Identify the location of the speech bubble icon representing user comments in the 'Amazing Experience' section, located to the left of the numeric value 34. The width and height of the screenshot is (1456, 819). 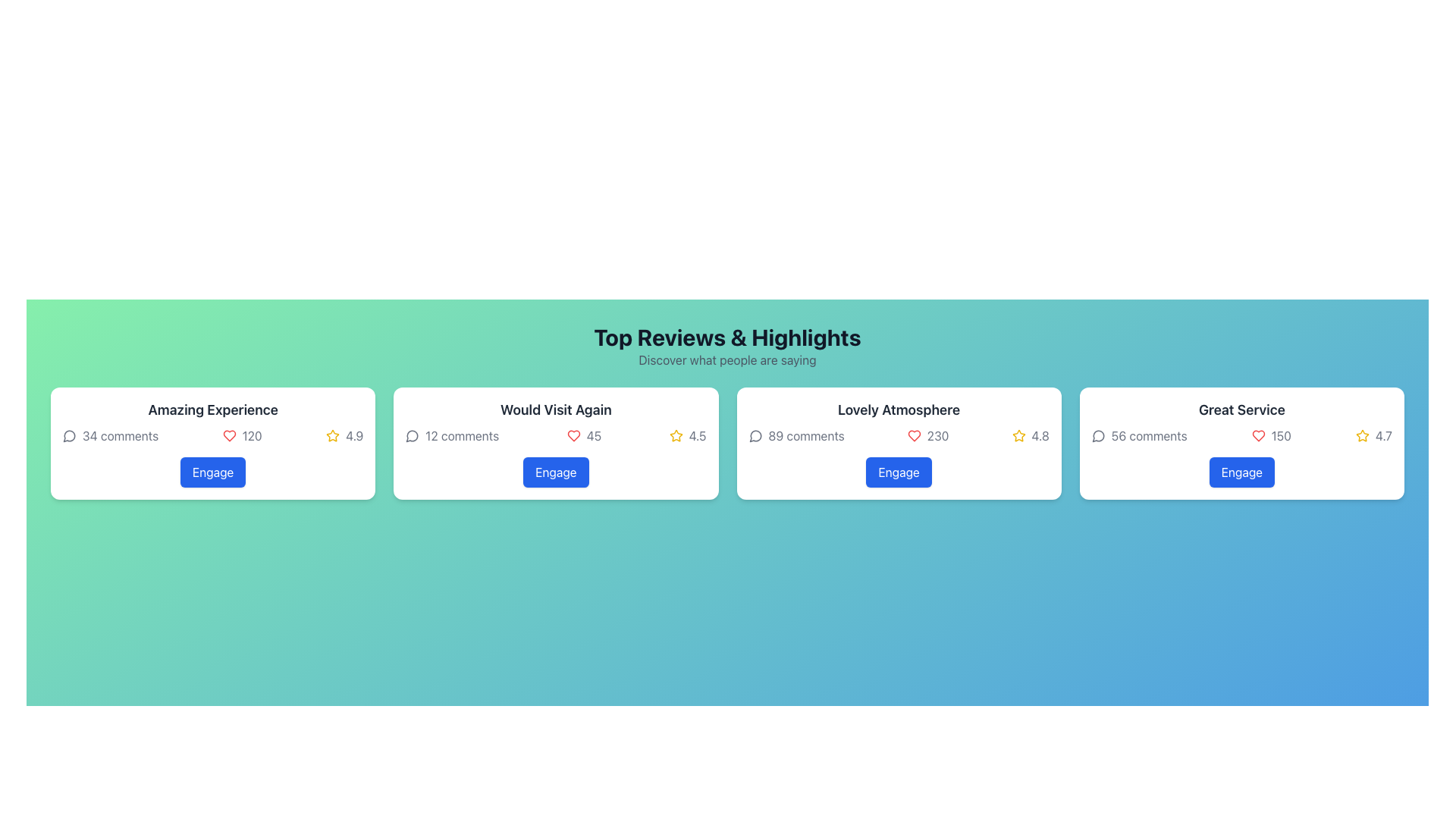
(68, 436).